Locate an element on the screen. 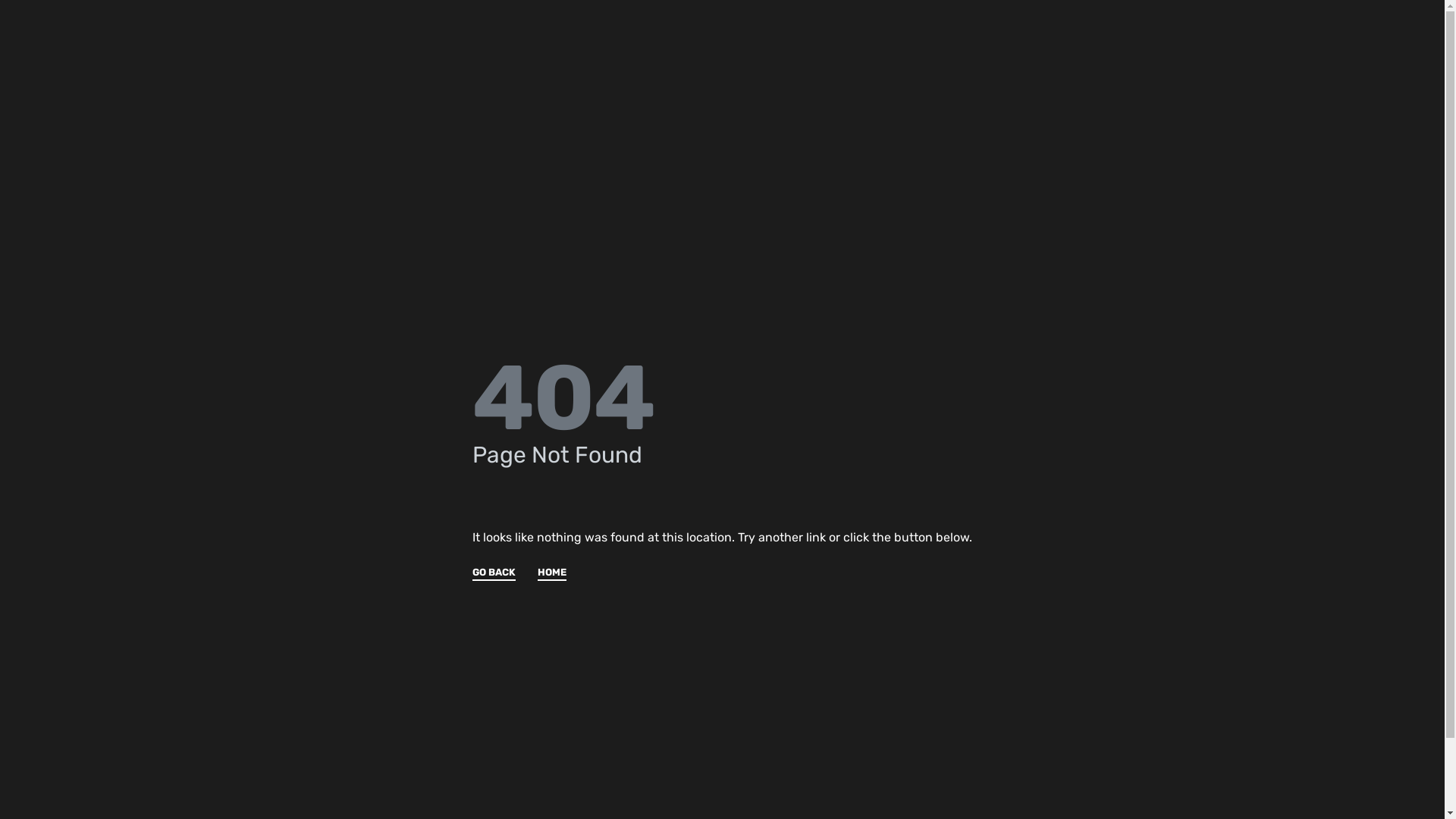 The width and height of the screenshot is (1456, 819). 'GO BACK' is located at coordinates (472, 573).